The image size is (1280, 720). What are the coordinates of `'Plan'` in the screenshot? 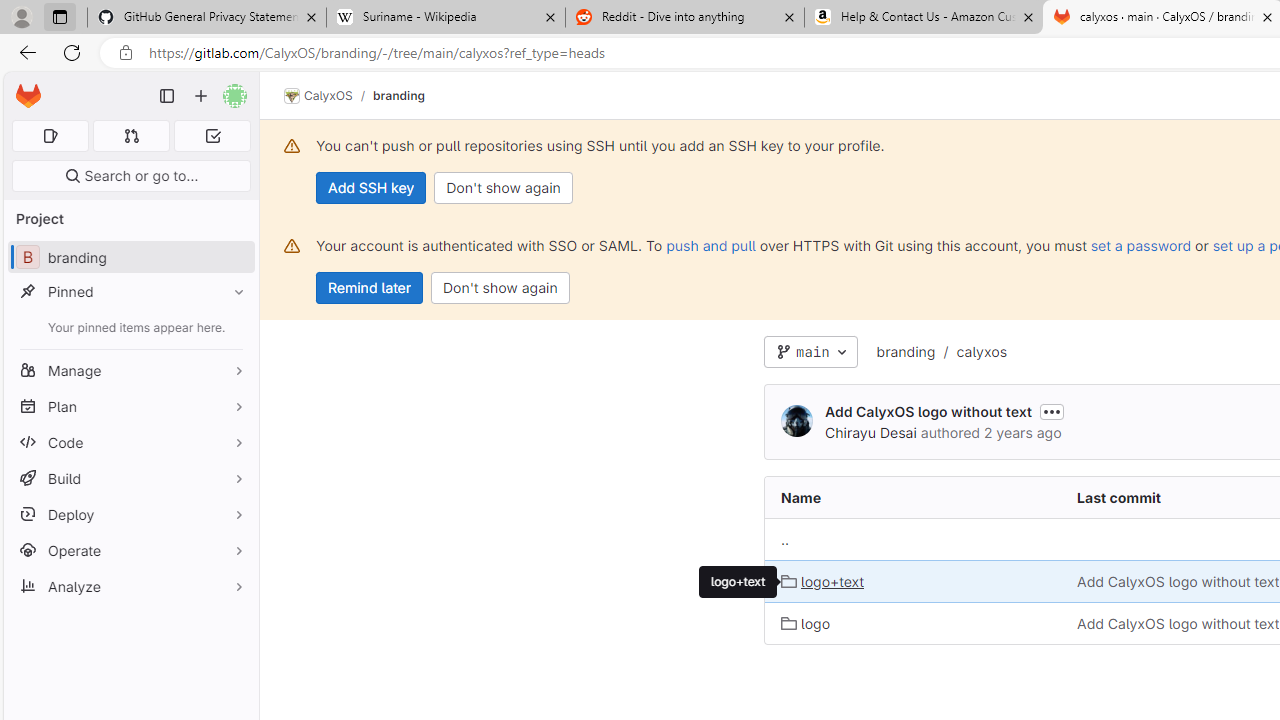 It's located at (130, 405).